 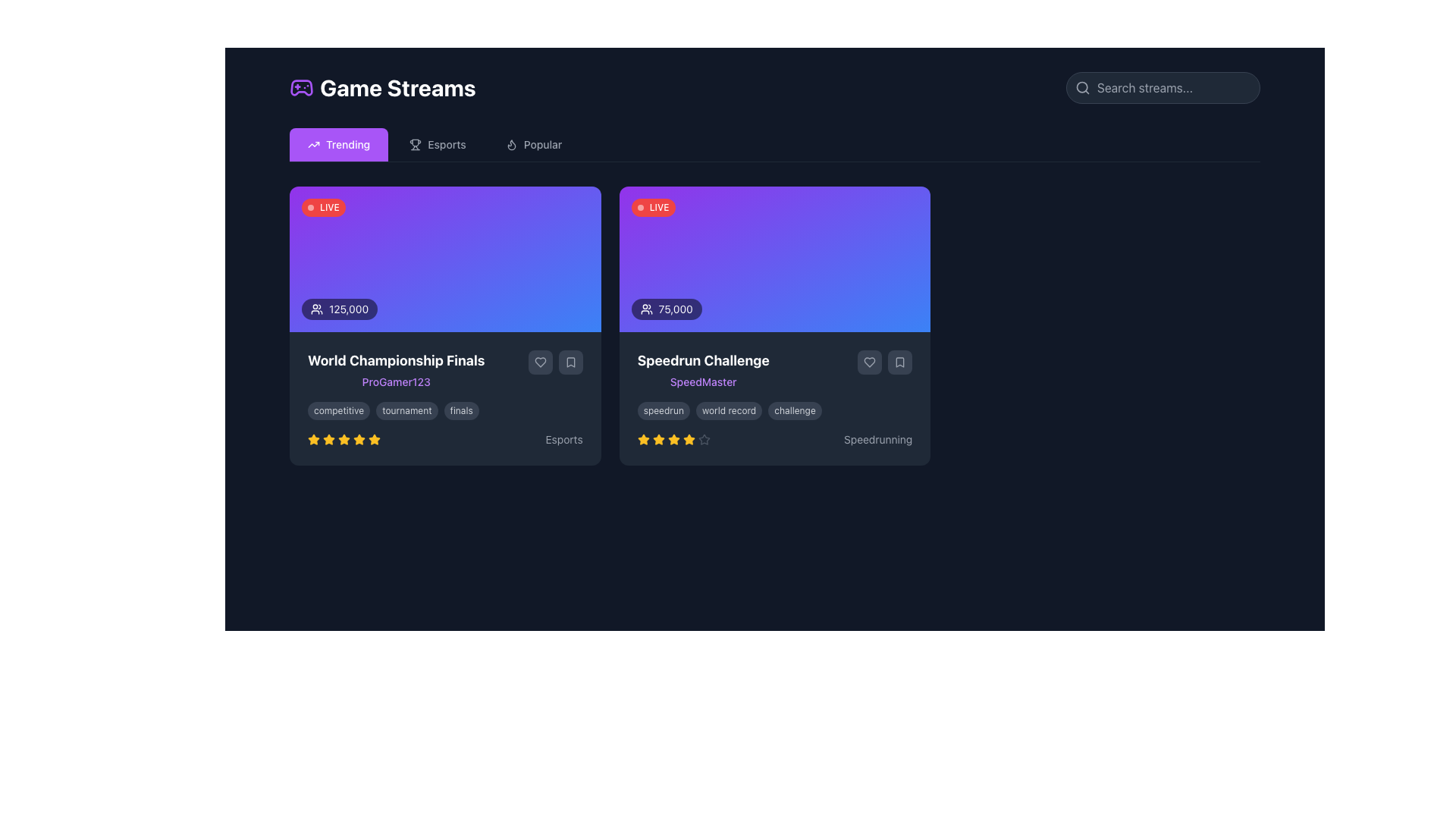 What do you see at coordinates (302, 87) in the screenshot?
I see `the gamepad icon, which is a stylized representation of a gamepad located in the top-left corner of the interface next to the 'Game Streams' heading` at bounding box center [302, 87].